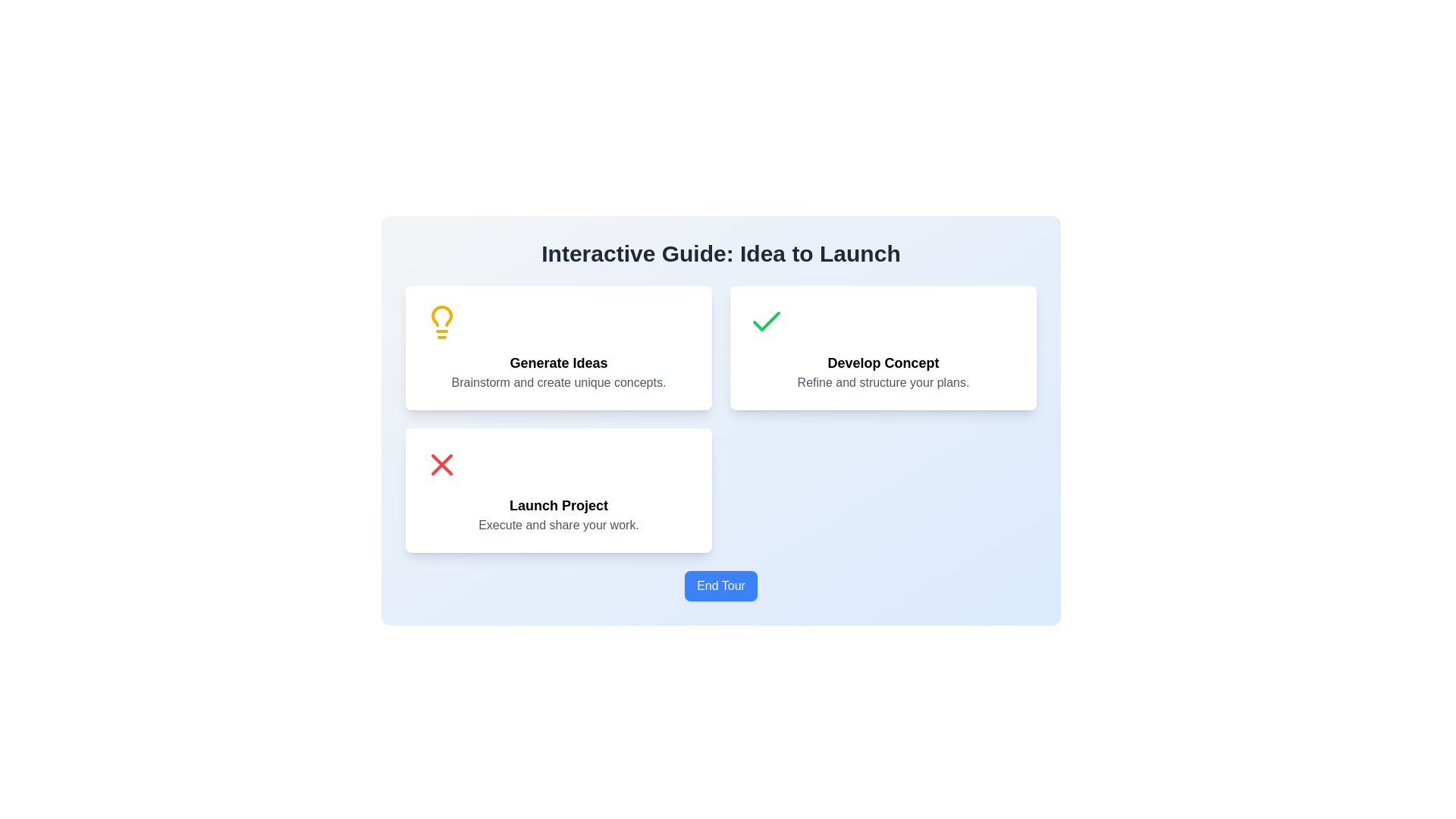 This screenshot has height=819, width=1456. What do you see at coordinates (720, 585) in the screenshot?
I see `the blue 'End Tour' button to observe the hover effect, which features a background transition to a lighter blue shade` at bounding box center [720, 585].